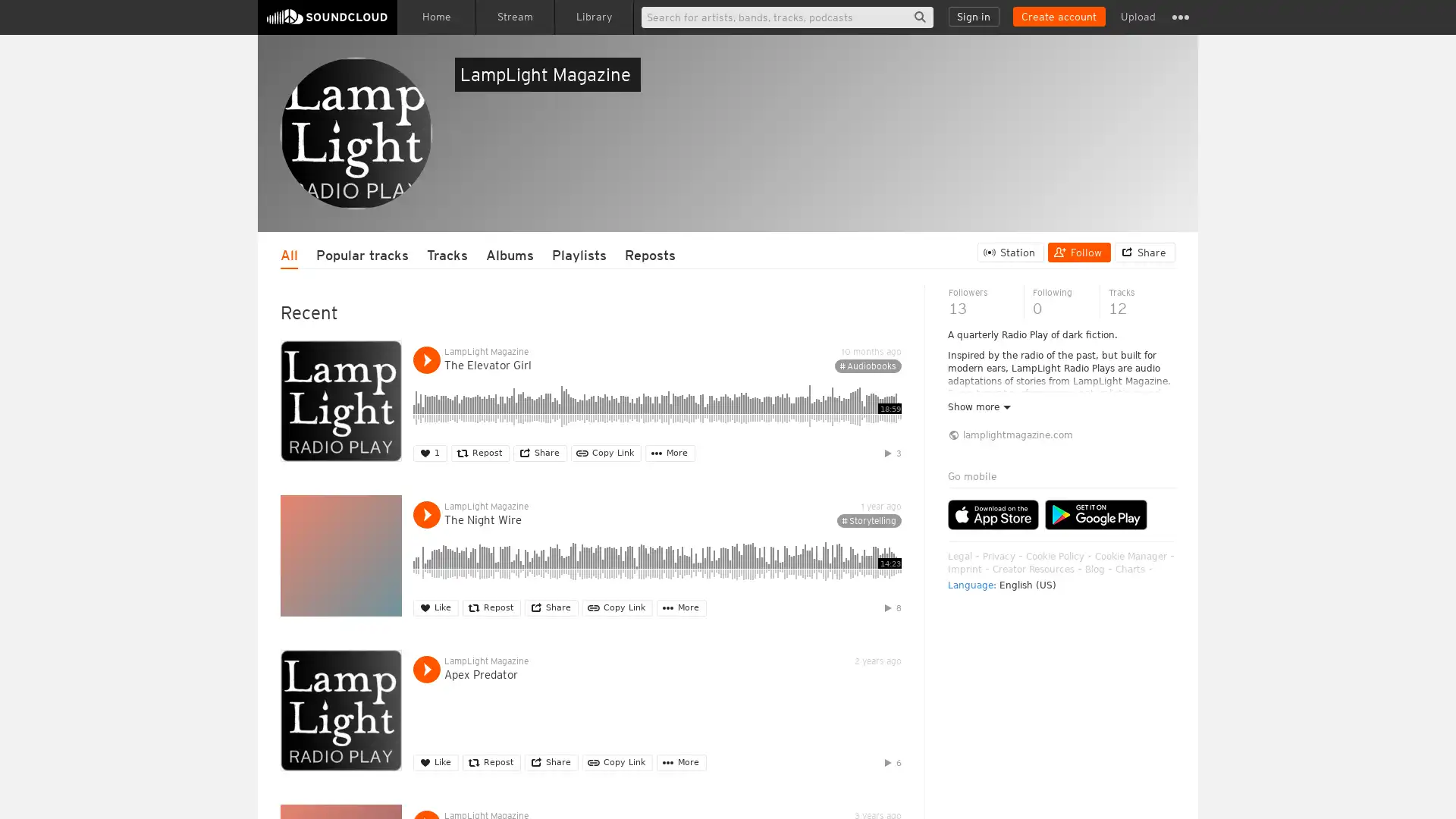 Image resolution: width=1456 pixels, height=819 pixels. Describe the element at coordinates (425, 668) in the screenshot. I see `Play` at that location.